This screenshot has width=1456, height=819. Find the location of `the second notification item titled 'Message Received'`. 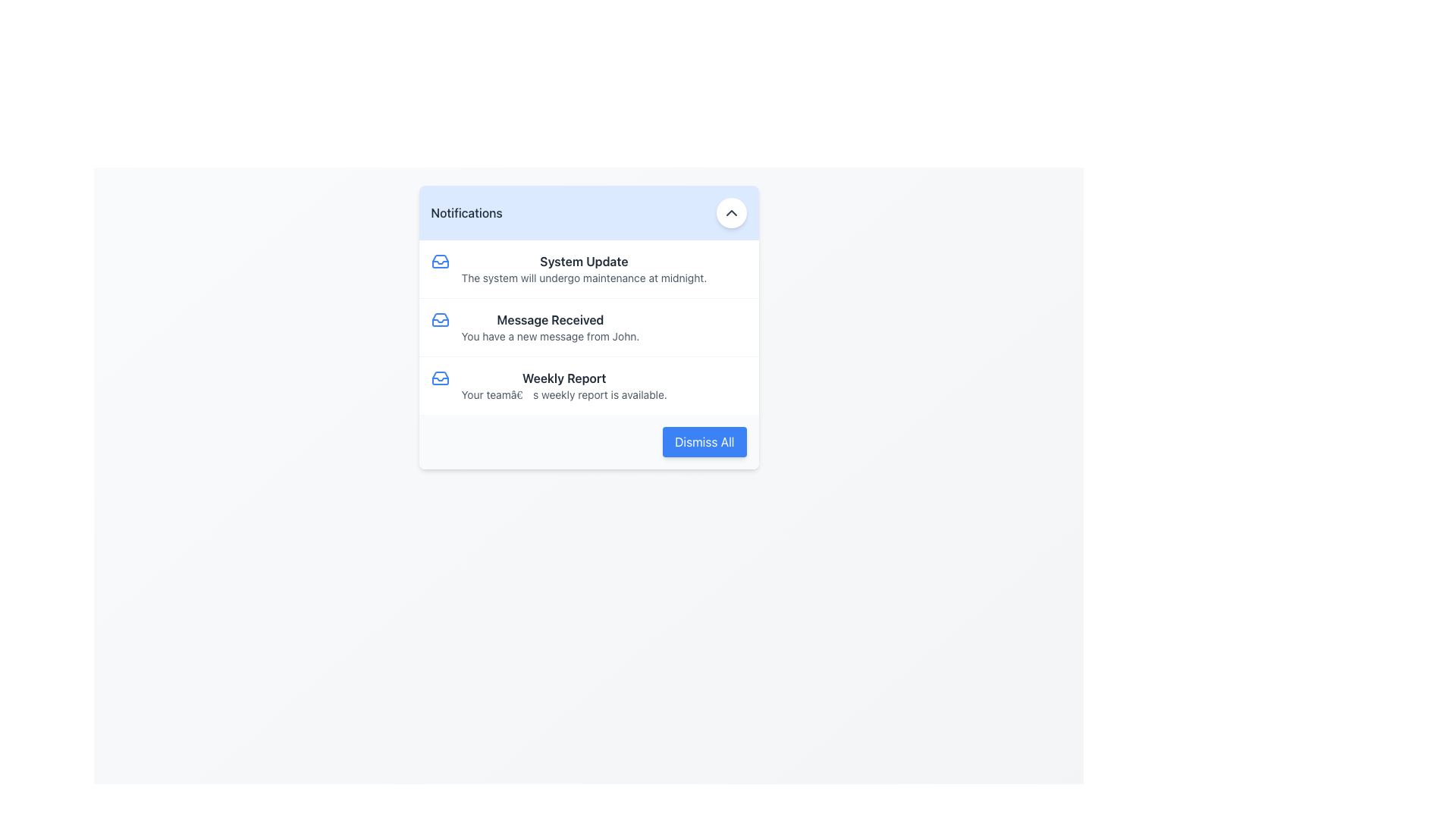

the second notification item titled 'Message Received' is located at coordinates (588, 327).